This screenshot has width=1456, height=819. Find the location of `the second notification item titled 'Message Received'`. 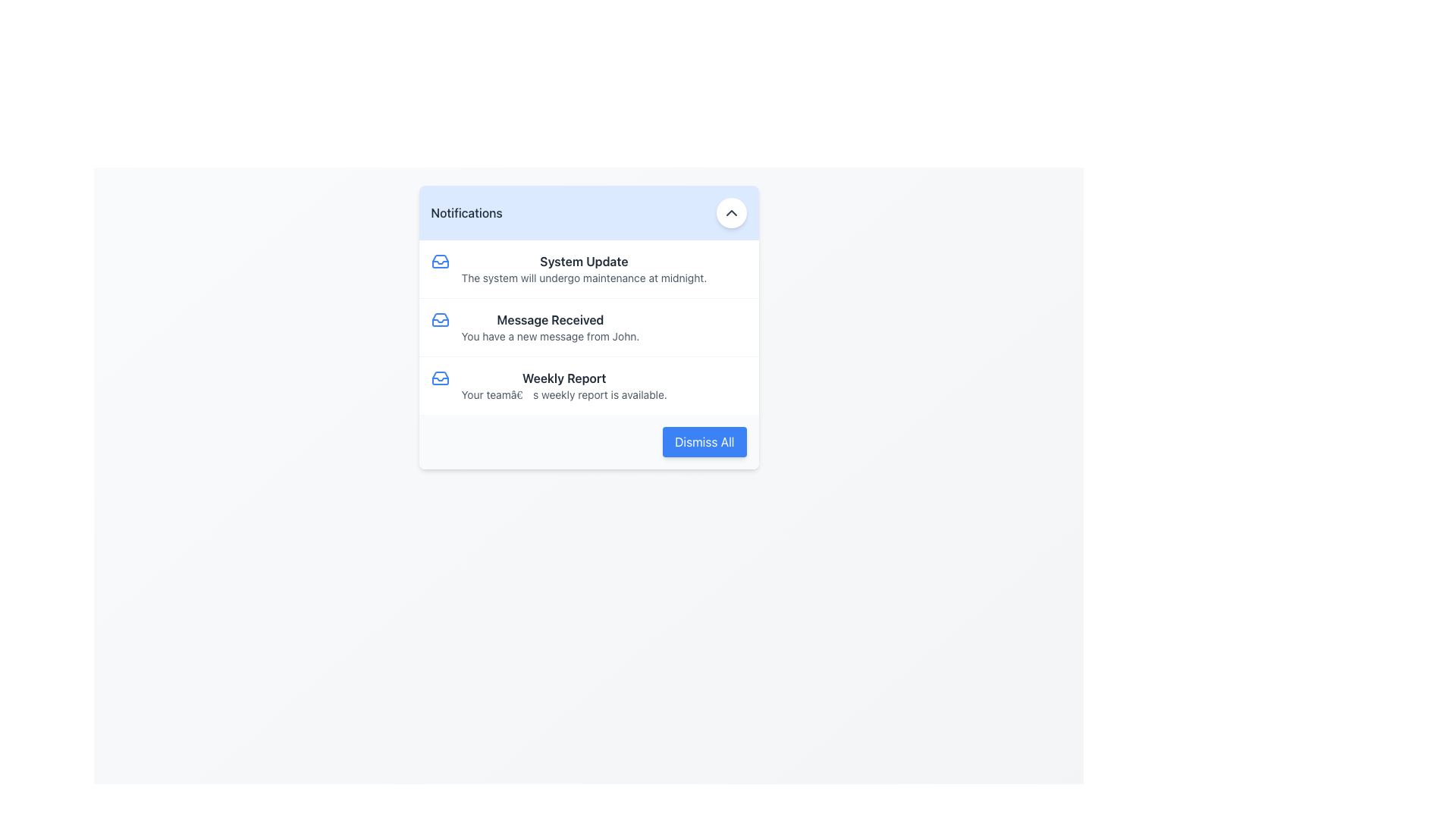

the second notification item titled 'Message Received' is located at coordinates (588, 327).